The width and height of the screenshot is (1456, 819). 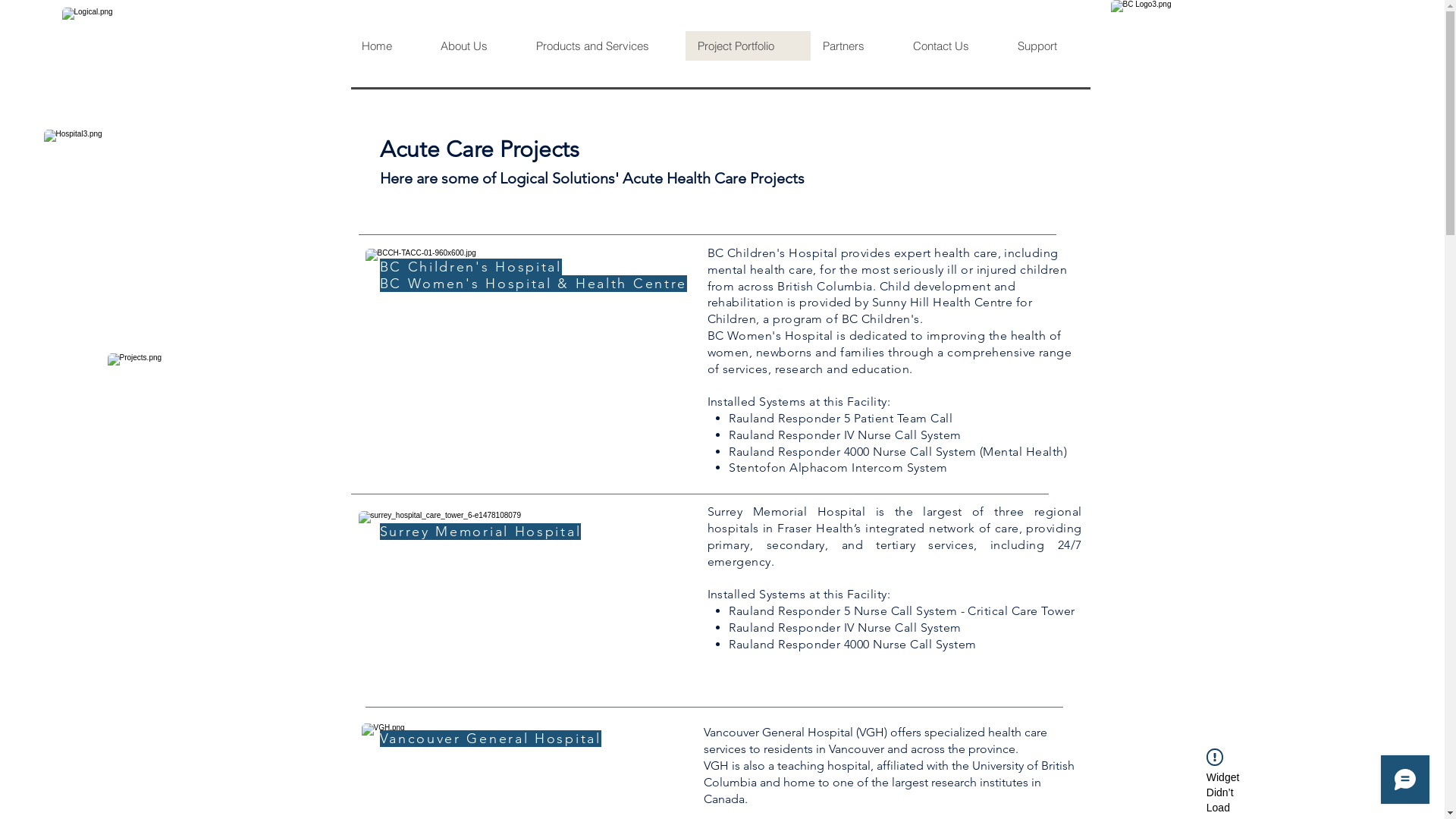 I want to click on 'Support', so click(x=1048, y=45).